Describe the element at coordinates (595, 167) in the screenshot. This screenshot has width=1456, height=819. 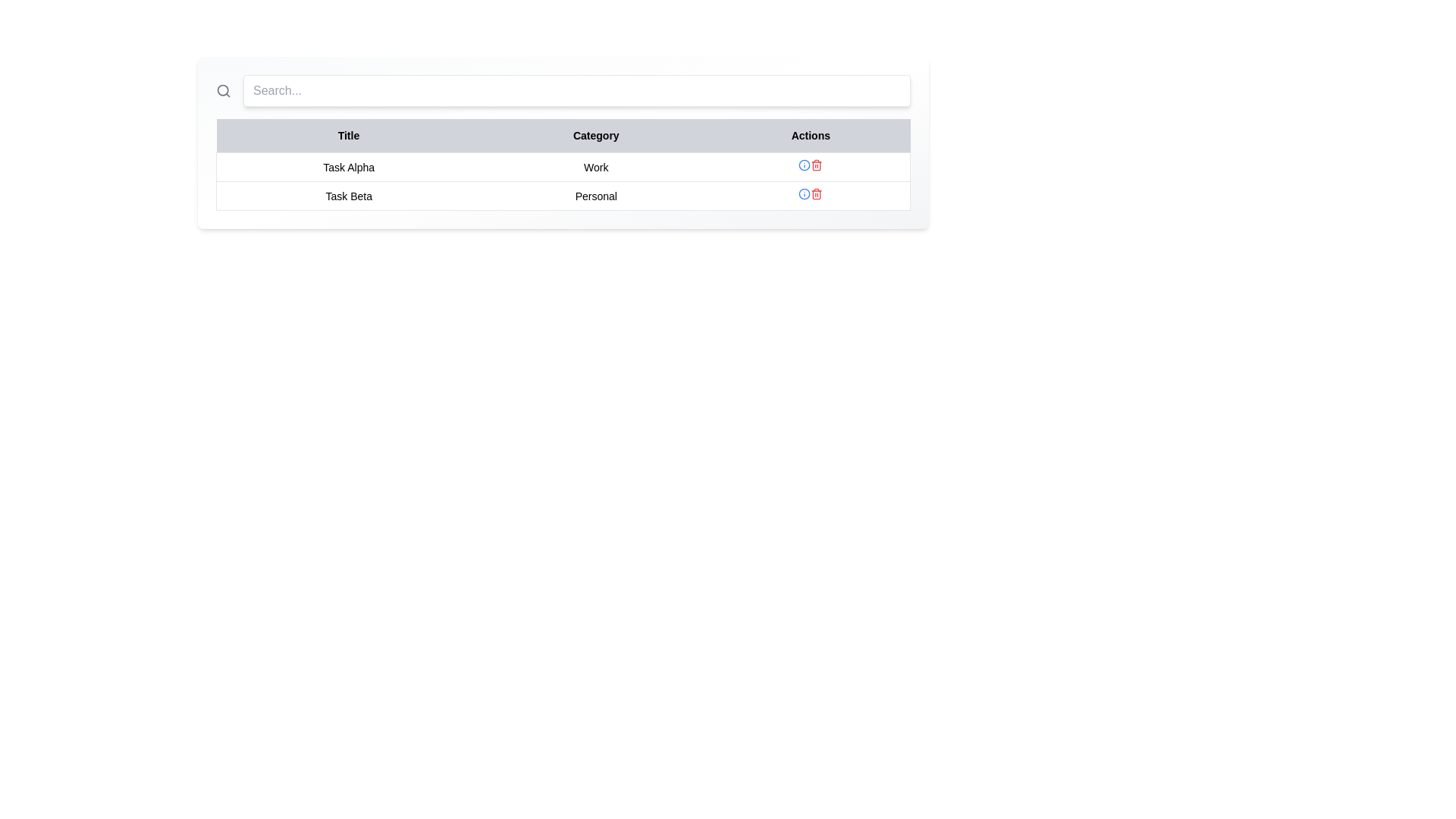
I see `the 'Work' text label element in the 'Category' column of the first row of the table` at that location.